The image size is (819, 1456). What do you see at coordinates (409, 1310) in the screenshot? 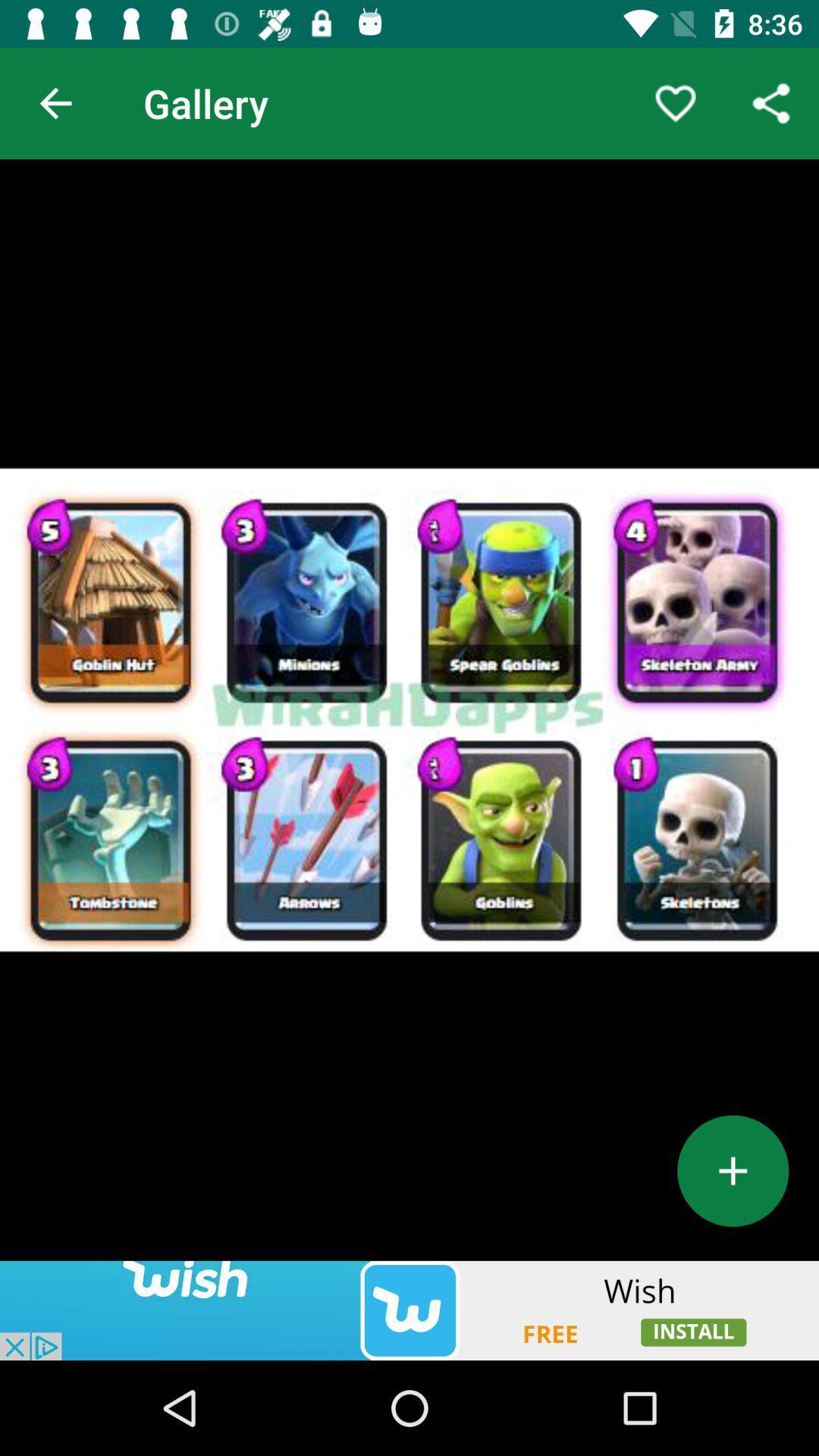
I see `install app` at bounding box center [409, 1310].